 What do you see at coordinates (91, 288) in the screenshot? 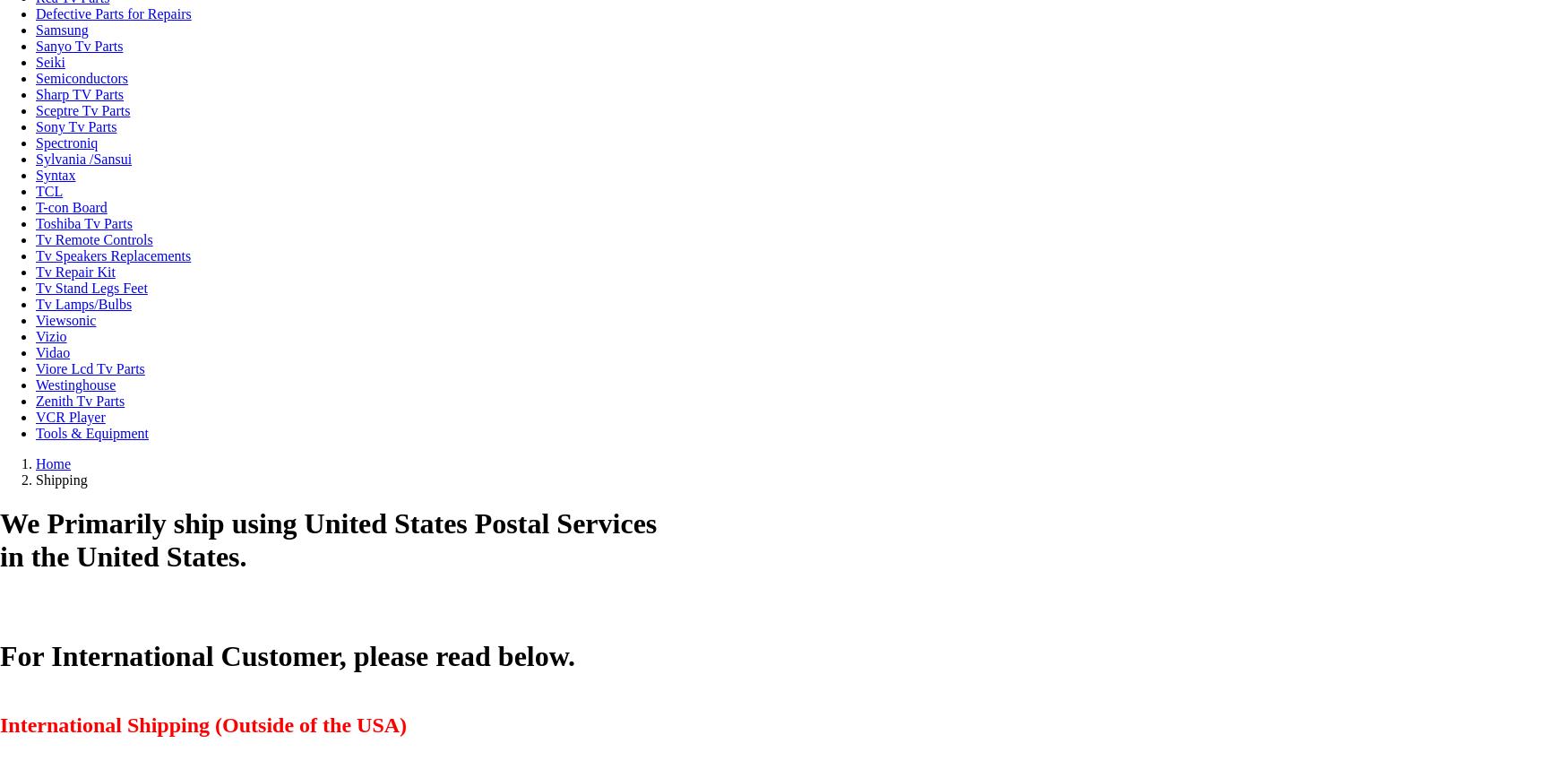
I see `'Tv Stand Legs Feet'` at bounding box center [91, 288].